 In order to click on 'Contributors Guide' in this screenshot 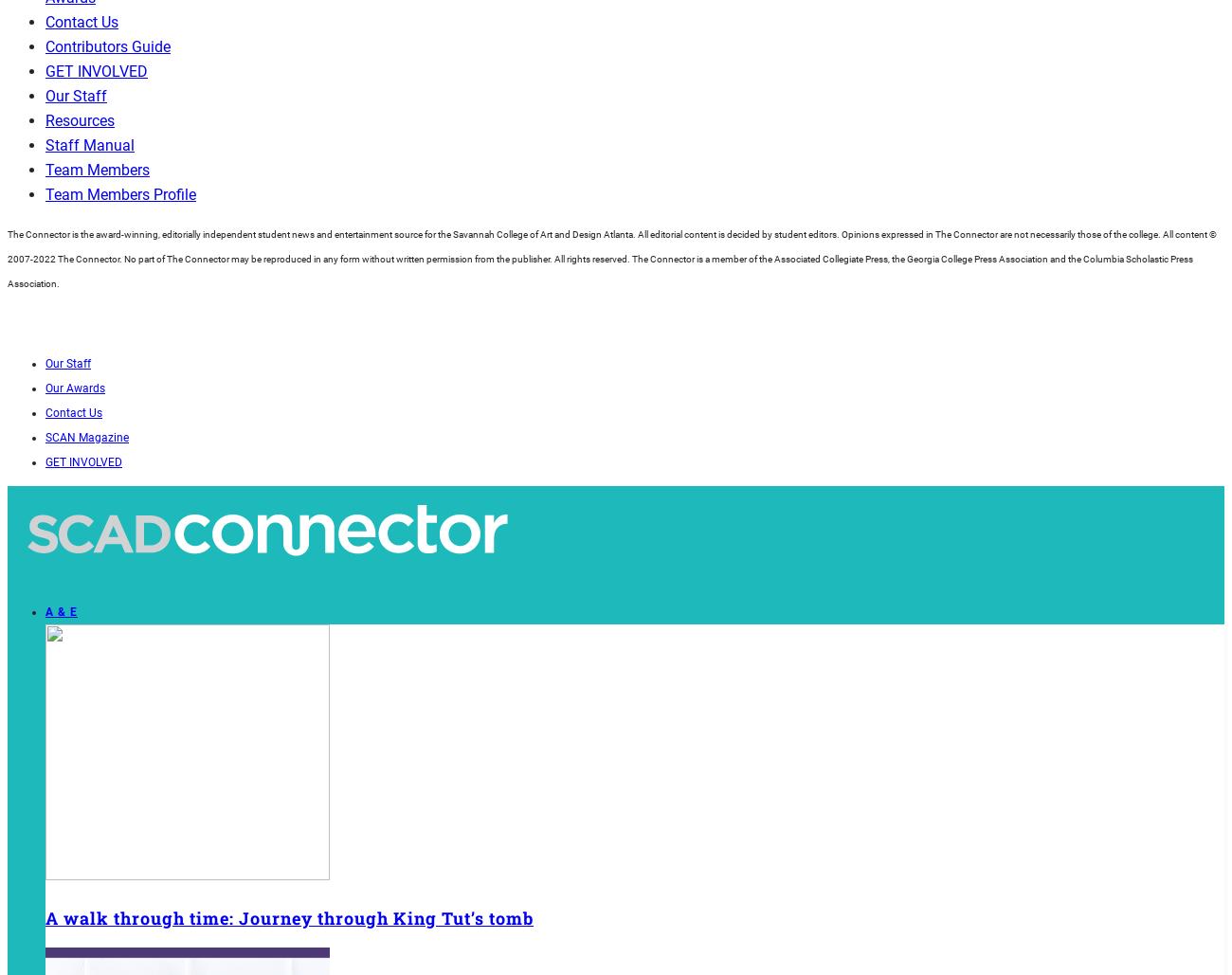, I will do `click(107, 46)`.